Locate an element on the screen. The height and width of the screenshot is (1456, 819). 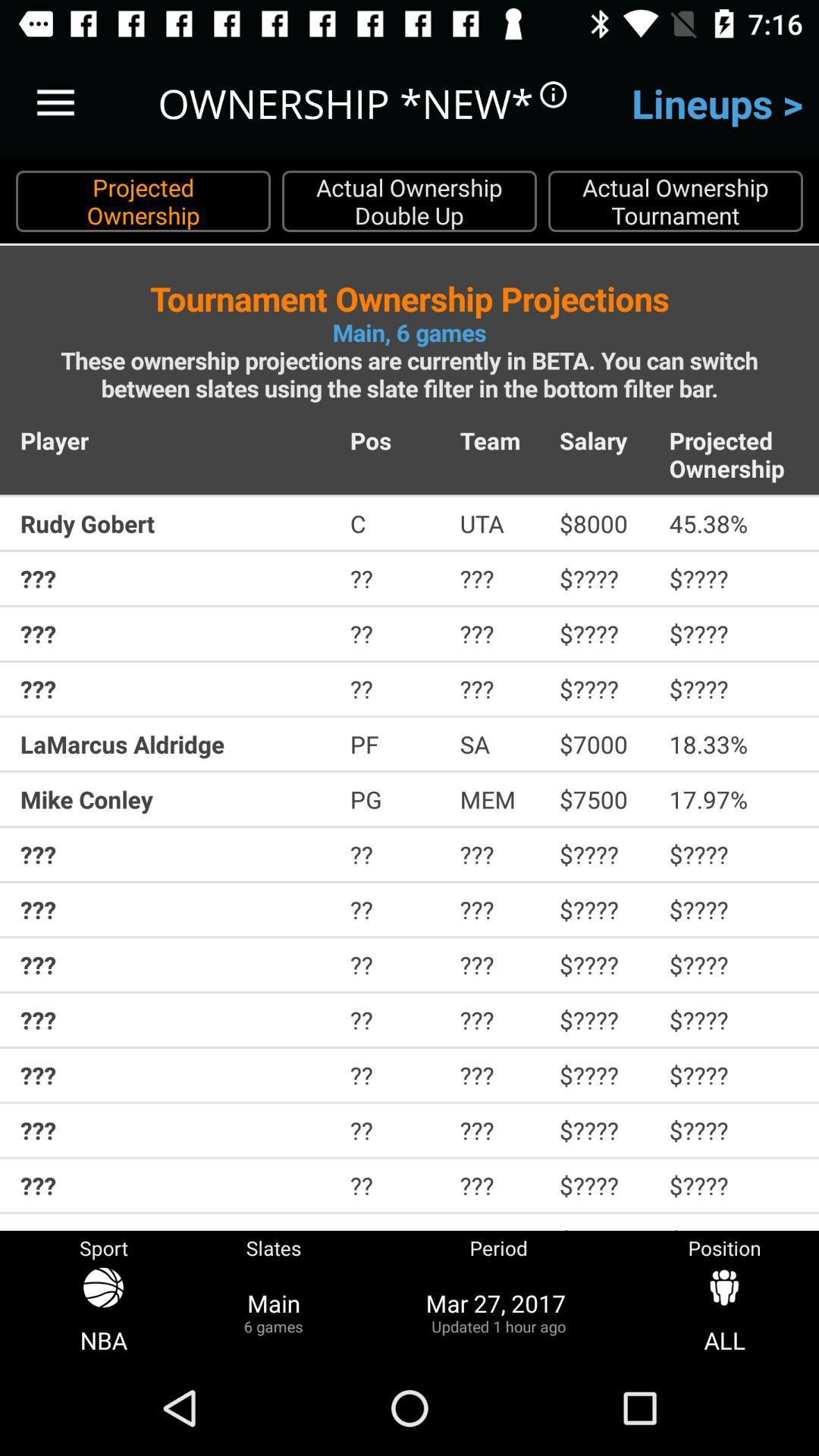
the icon next to ownership *new* item is located at coordinates (55, 102).